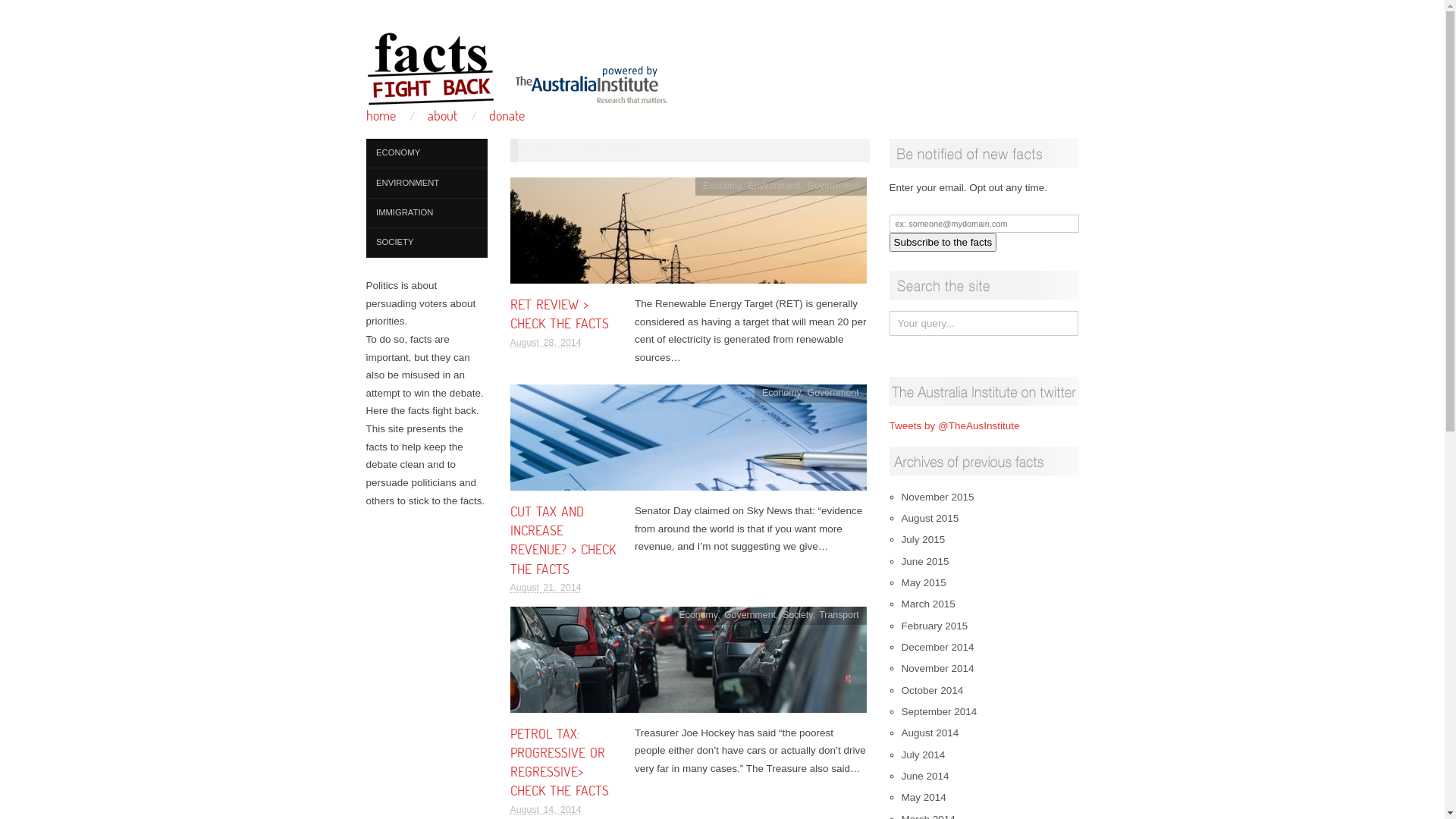 The image size is (1456, 819). I want to click on 'September 2014', so click(938, 711).